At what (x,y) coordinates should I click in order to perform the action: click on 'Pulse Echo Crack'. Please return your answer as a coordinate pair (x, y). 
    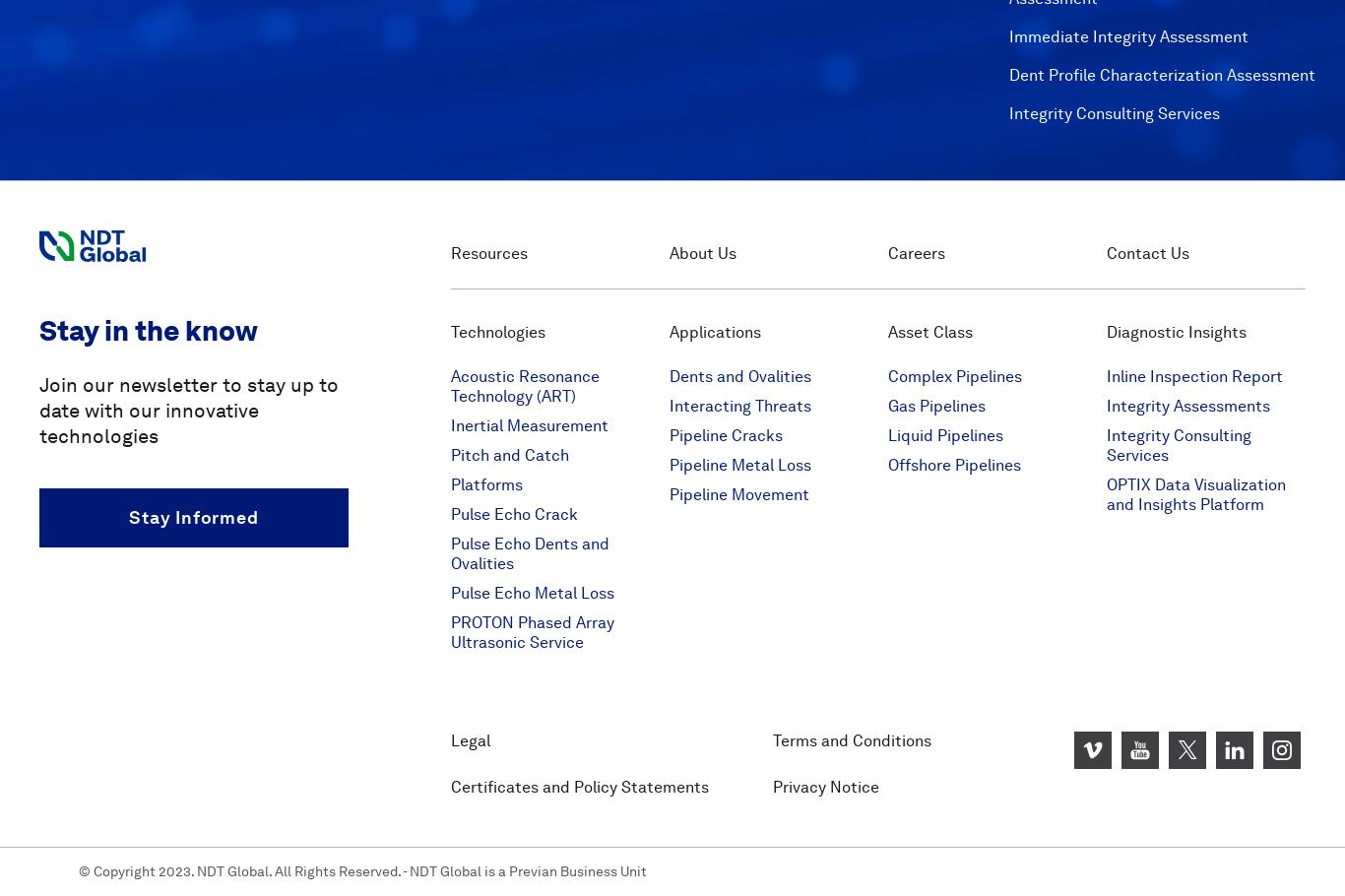
    Looking at the image, I should click on (514, 512).